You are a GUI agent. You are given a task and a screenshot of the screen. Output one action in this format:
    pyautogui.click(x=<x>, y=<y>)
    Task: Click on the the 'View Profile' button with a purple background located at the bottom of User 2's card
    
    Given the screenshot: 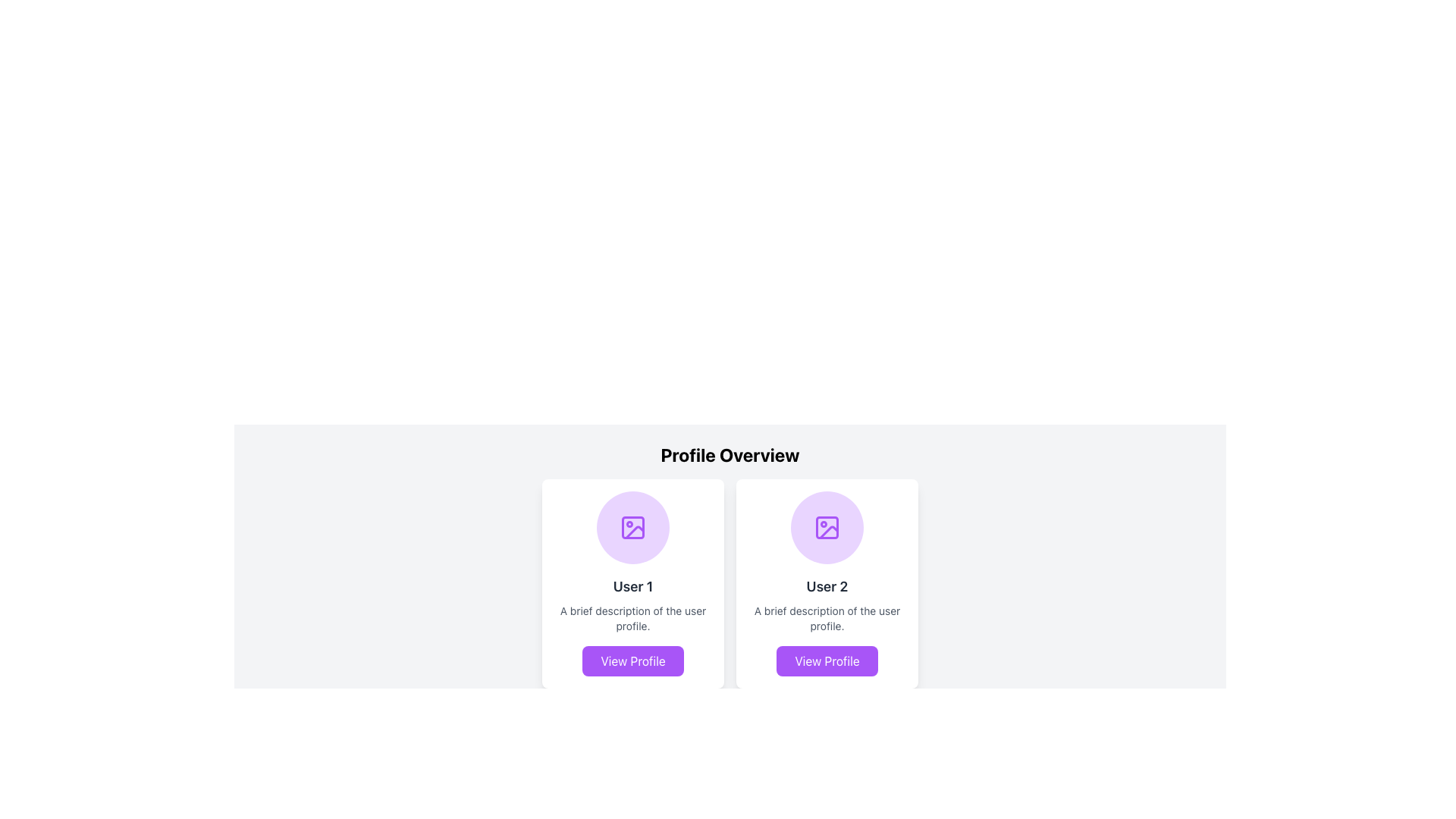 What is the action you would take?
    pyautogui.click(x=826, y=660)
    